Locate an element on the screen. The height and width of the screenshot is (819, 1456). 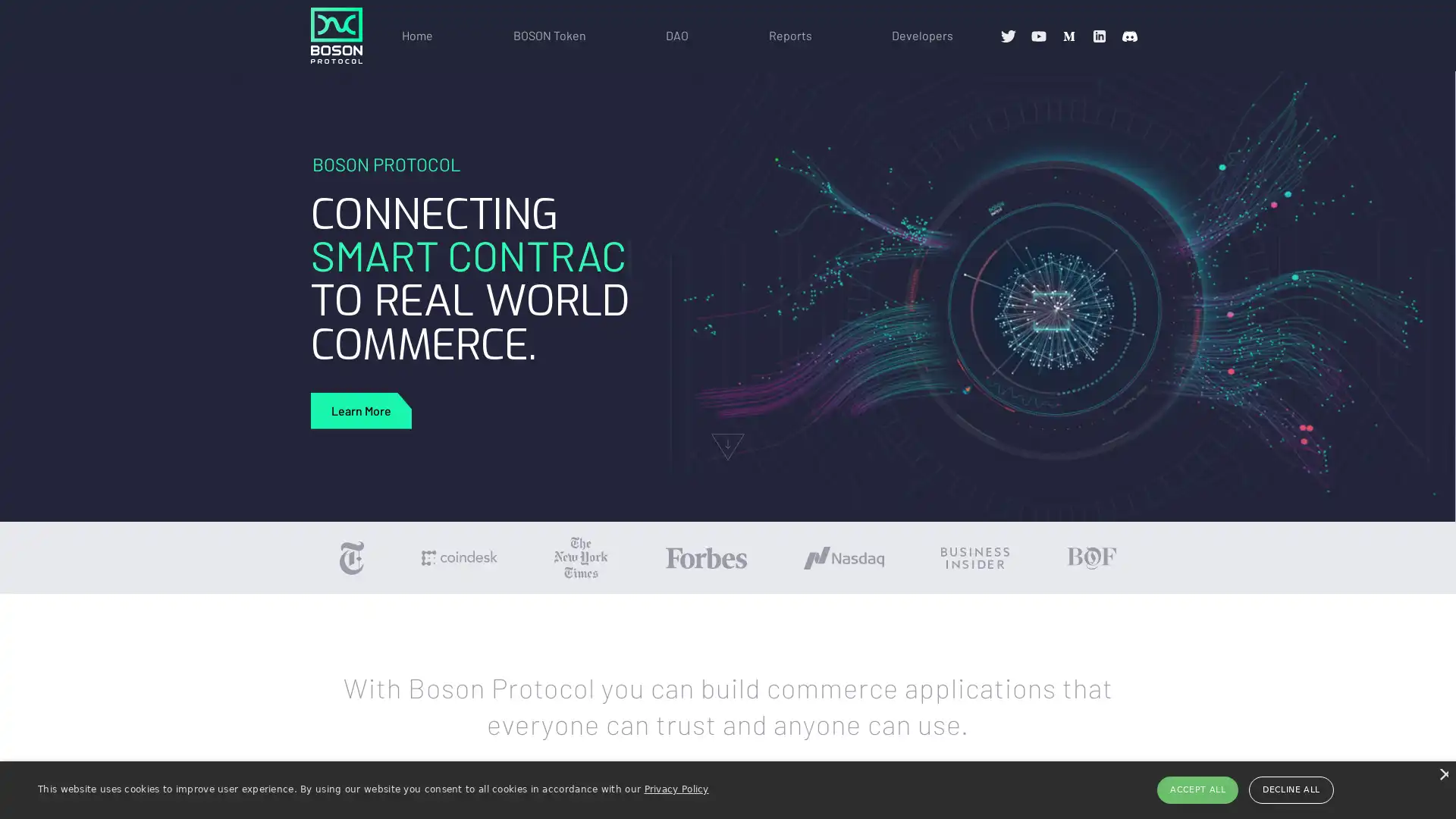
Close is located at coordinates (1442, 773).